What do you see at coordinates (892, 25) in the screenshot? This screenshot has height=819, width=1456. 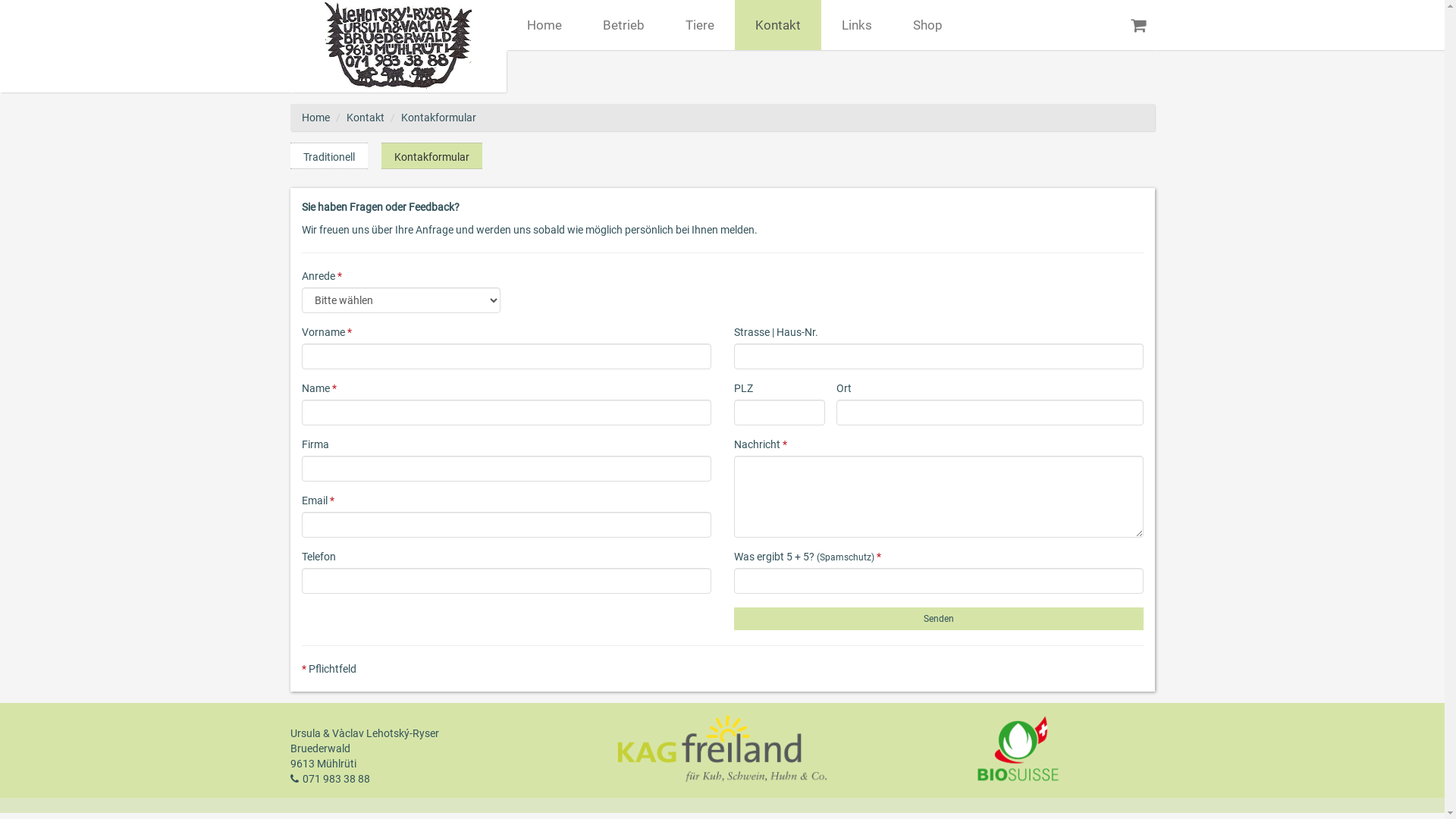 I see `'Shop'` at bounding box center [892, 25].